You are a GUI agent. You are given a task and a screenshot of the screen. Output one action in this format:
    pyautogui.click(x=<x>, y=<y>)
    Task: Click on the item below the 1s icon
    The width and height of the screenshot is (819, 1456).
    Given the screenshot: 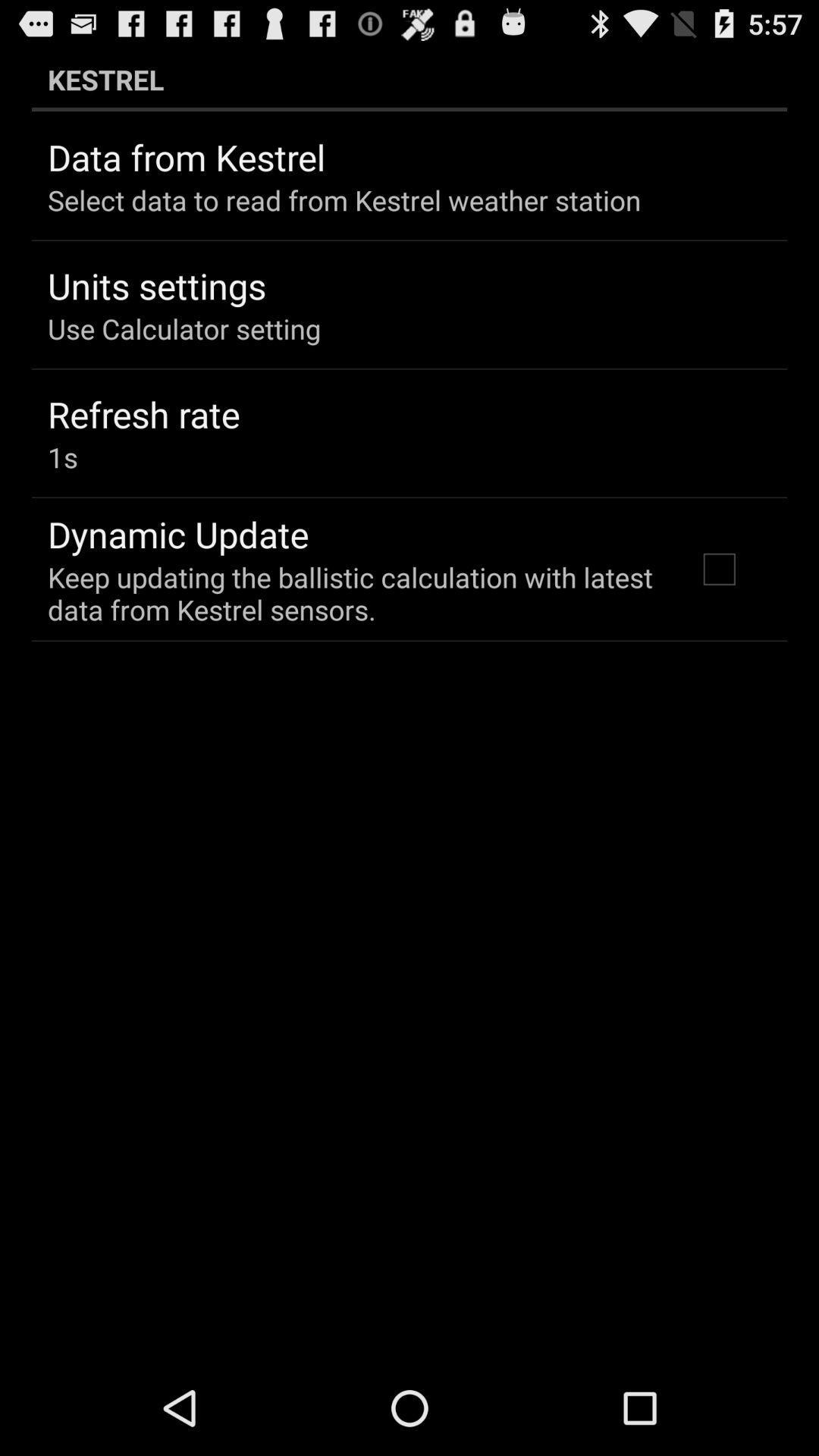 What is the action you would take?
    pyautogui.click(x=177, y=534)
    